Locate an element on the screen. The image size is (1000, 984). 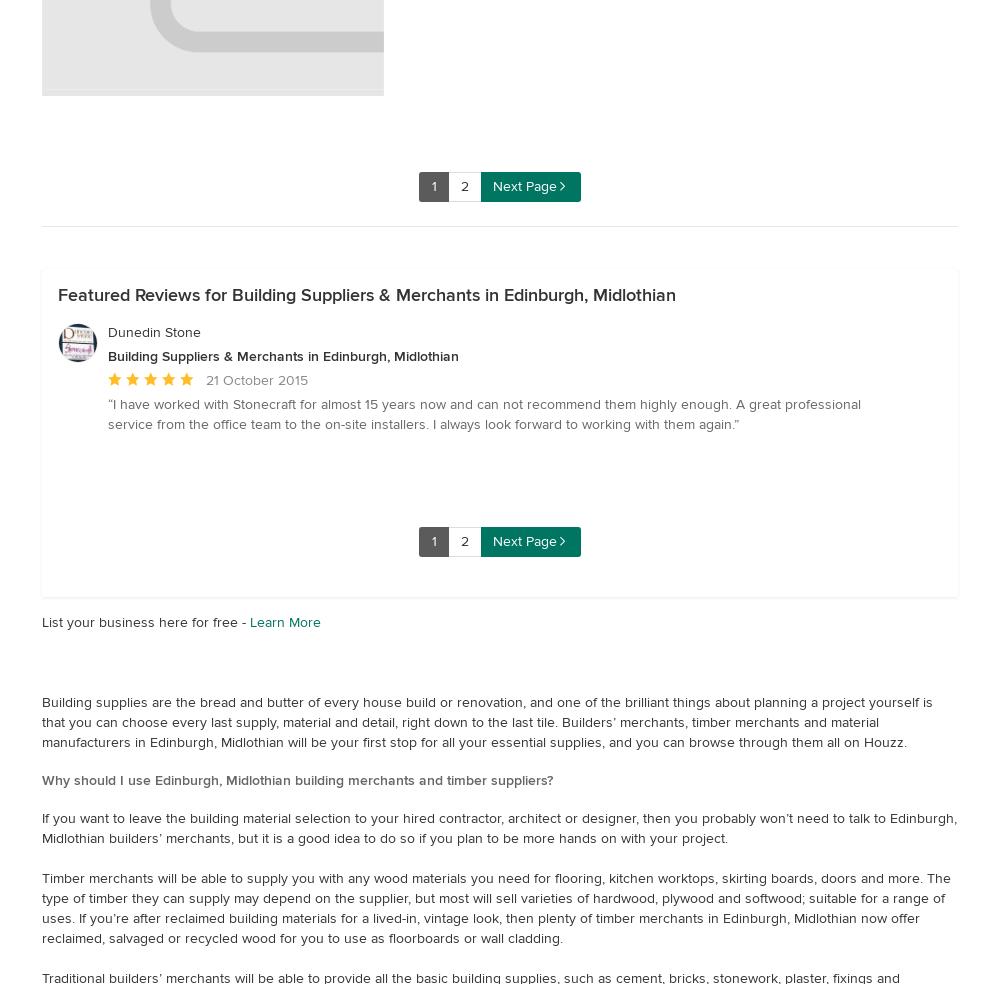
'Dunedin Stone' is located at coordinates (154, 330).